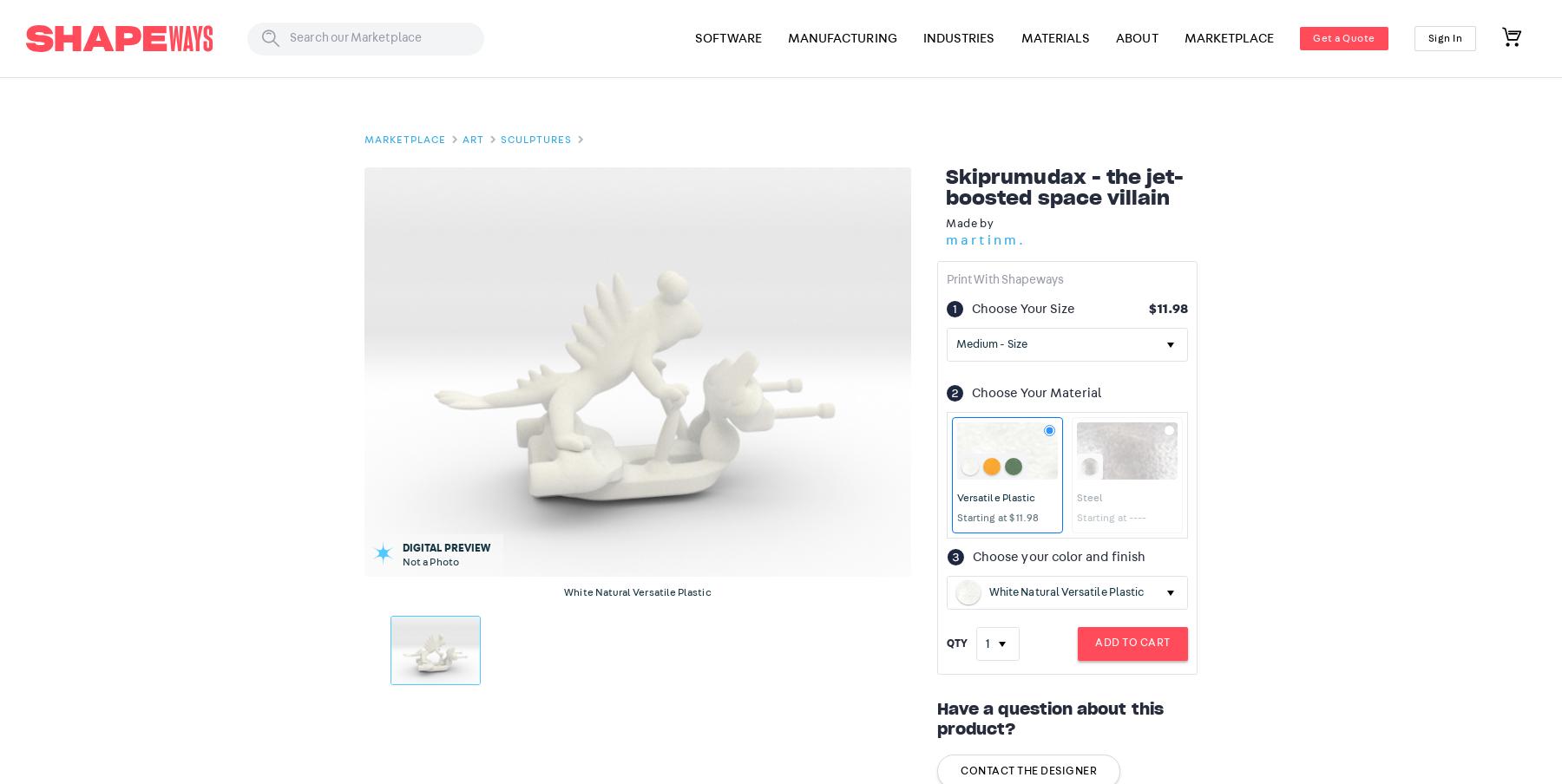  Describe the element at coordinates (1022, 307) in the screenshot. I see `'Choose Your Size'` at that location.